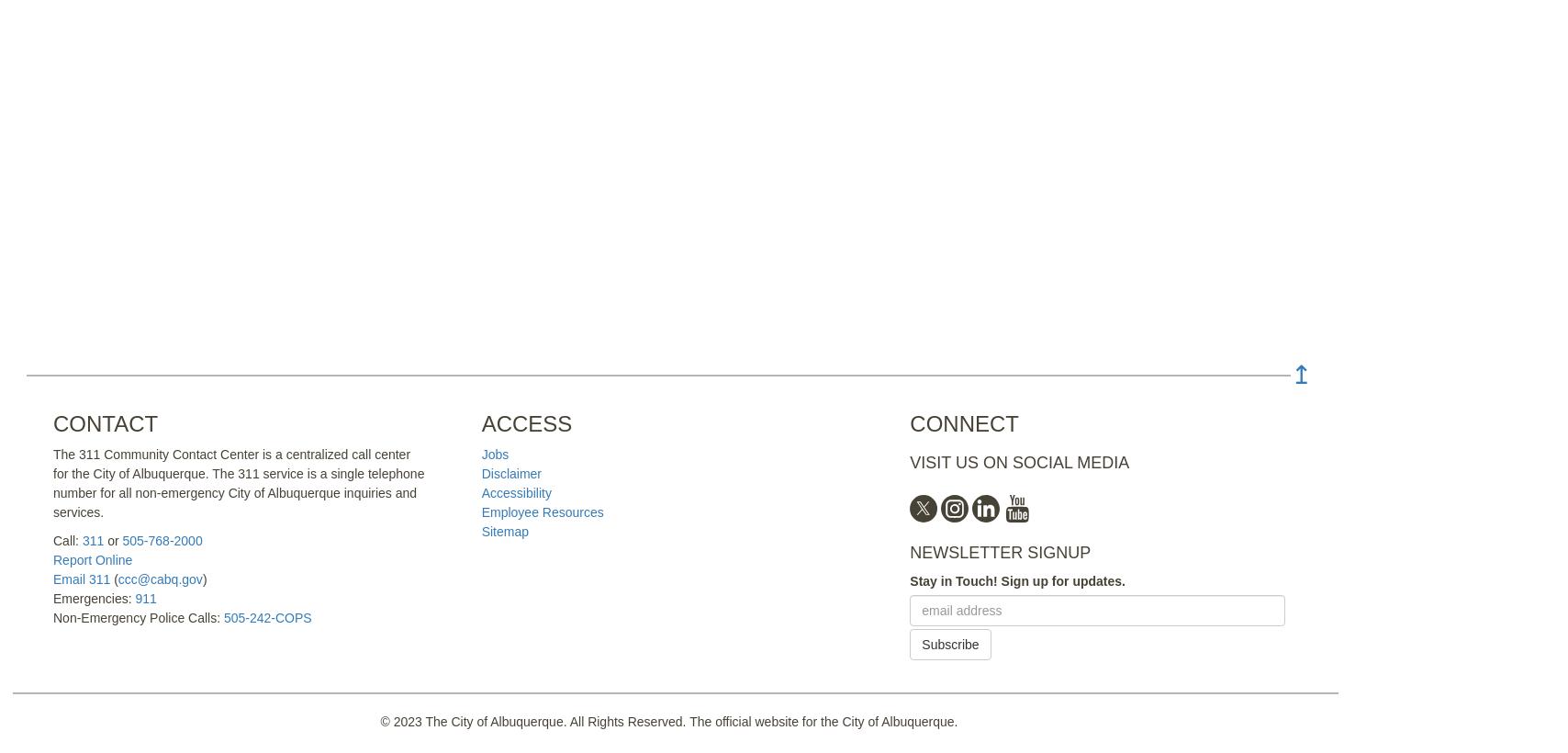 The image size is (1568, 753). I want to click on 'or', so click(112, 541).